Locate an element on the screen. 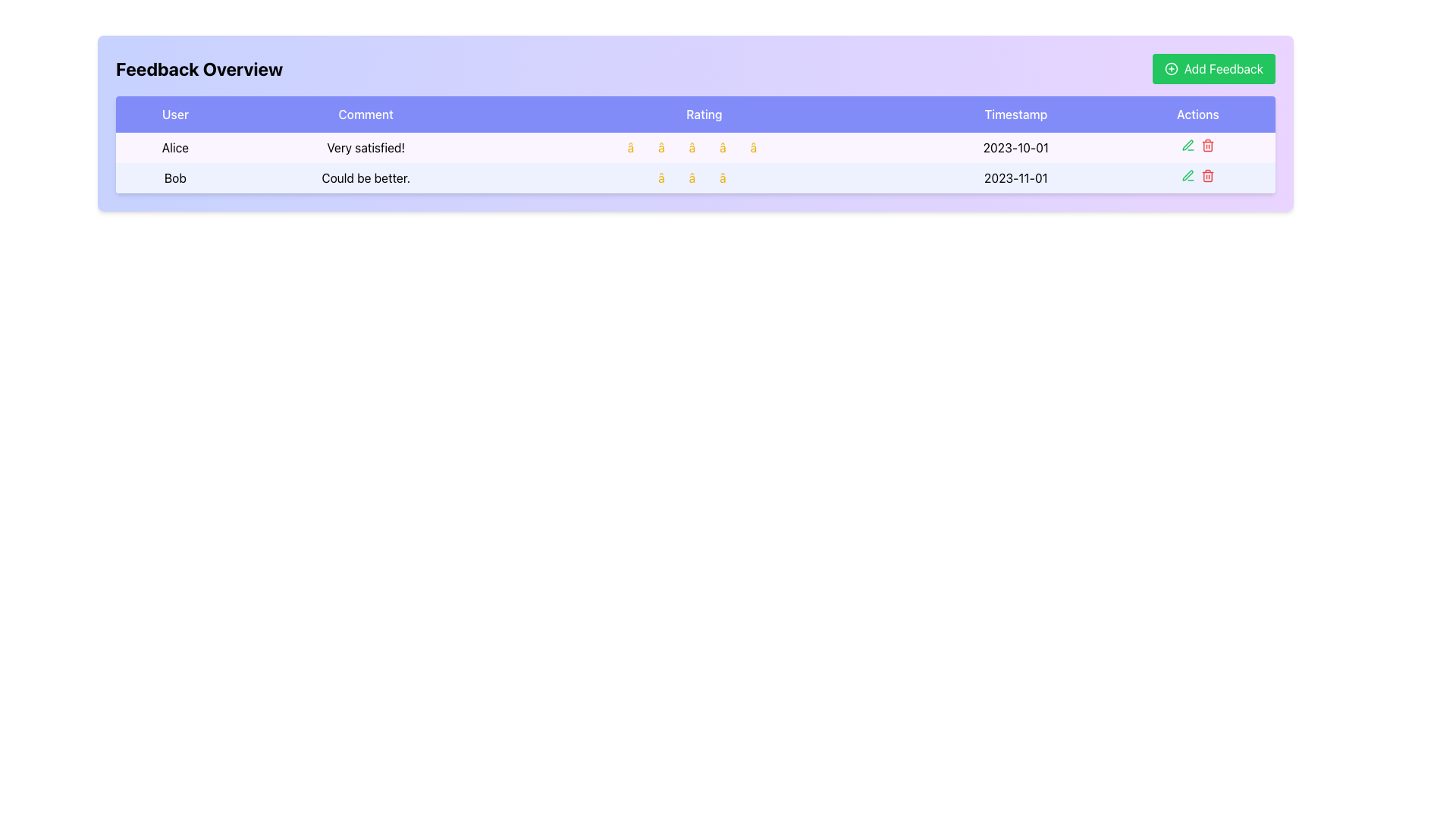 This screenshot has width=1456, height=819. text of the Label that displays the name of the user who submitted feedback, located in the first cell under the 'User' column in the feedback table within the 'Feedback Overview' card is located at coordinates (175, 148).